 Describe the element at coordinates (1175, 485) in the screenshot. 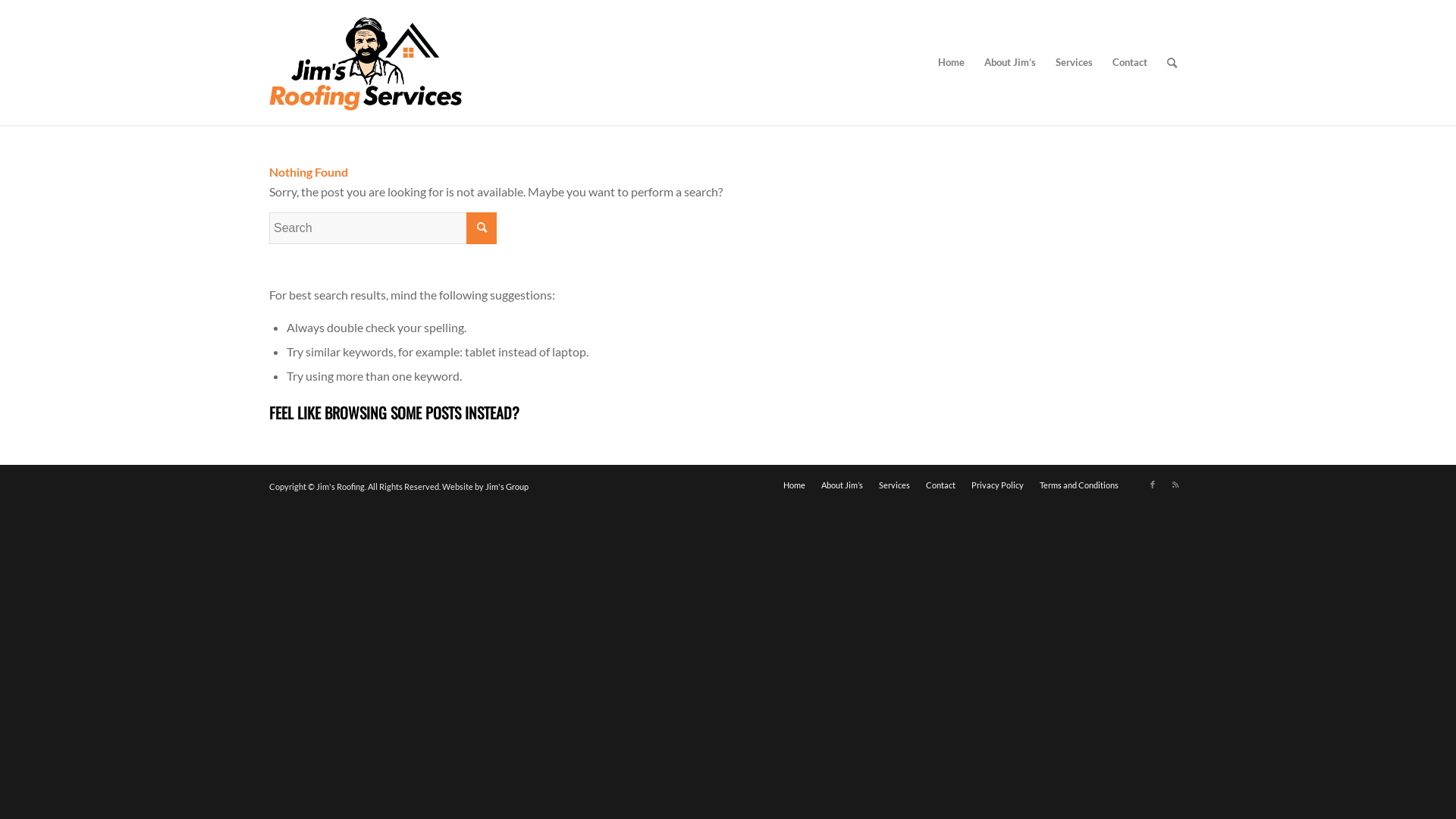

I see `'Rss'` at that location.